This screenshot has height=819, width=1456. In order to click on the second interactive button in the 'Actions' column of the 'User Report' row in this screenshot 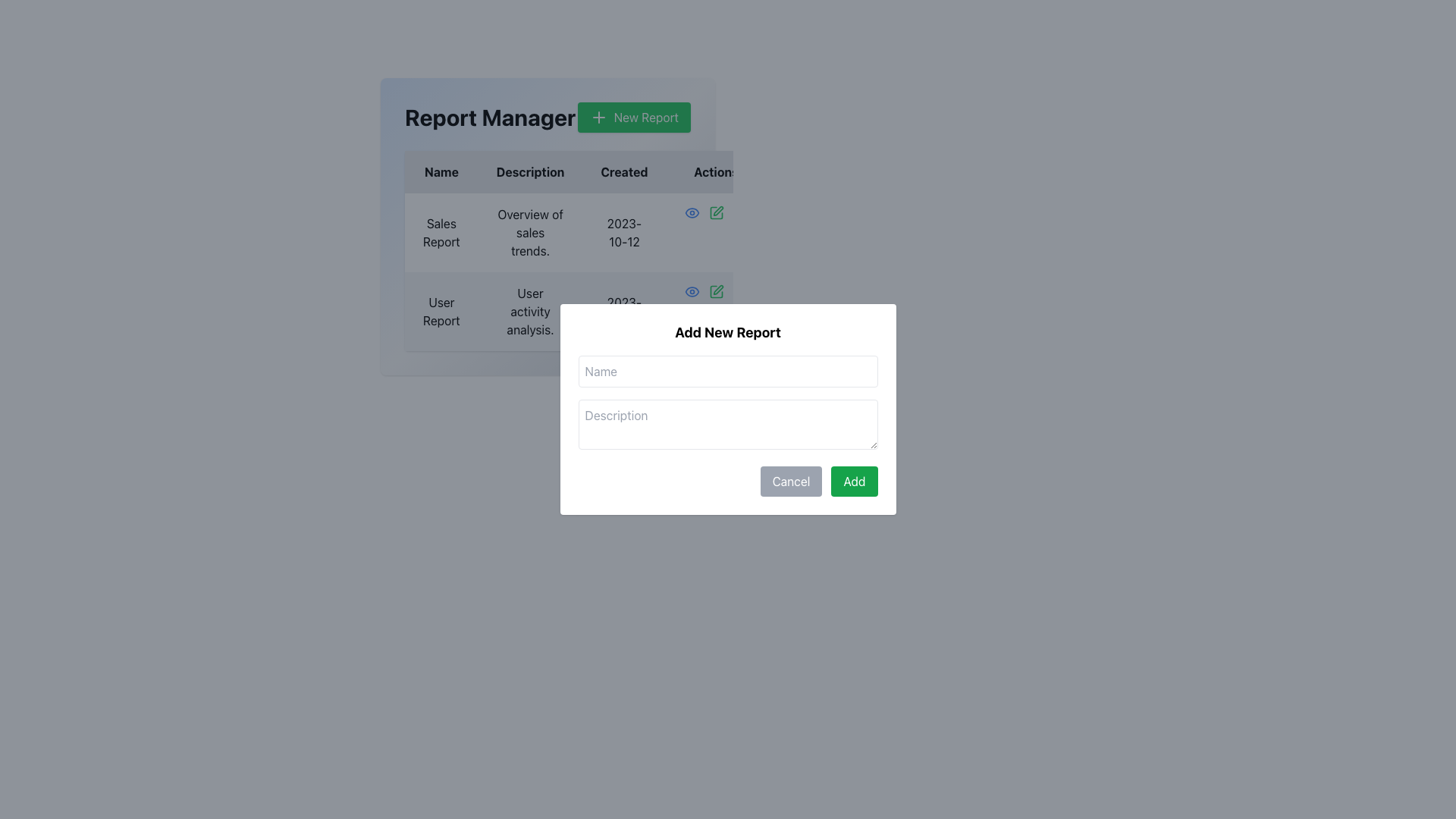, I will do `click(715, 292)`.